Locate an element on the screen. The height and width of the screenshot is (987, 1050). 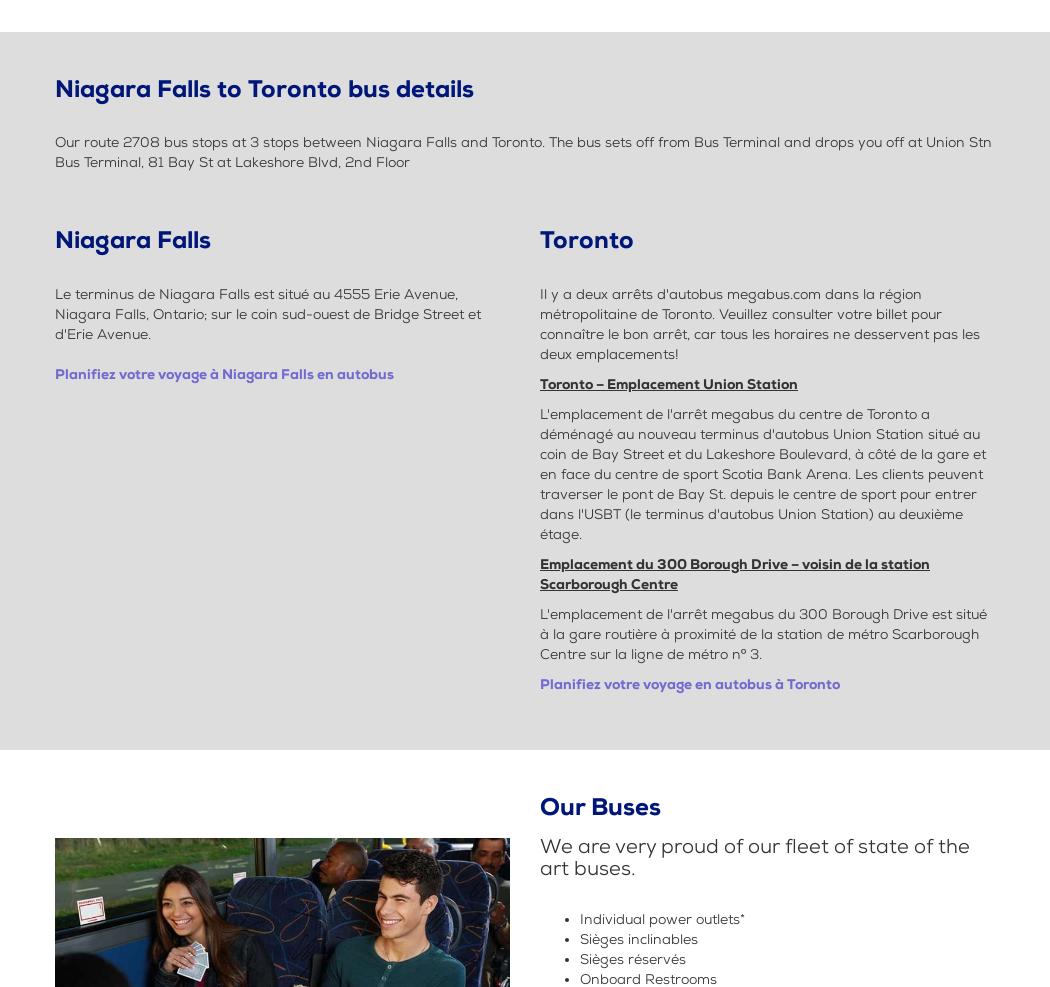
'Il y a deux arrêts d'autobus megabus.com dans la région métropolitaine de Toronto. Veuillez consulter votre billet pour connaître le bon arrêt, car tous les horaires ne desservent pas les deux emplacements!' is located at coordinates (540, 322).